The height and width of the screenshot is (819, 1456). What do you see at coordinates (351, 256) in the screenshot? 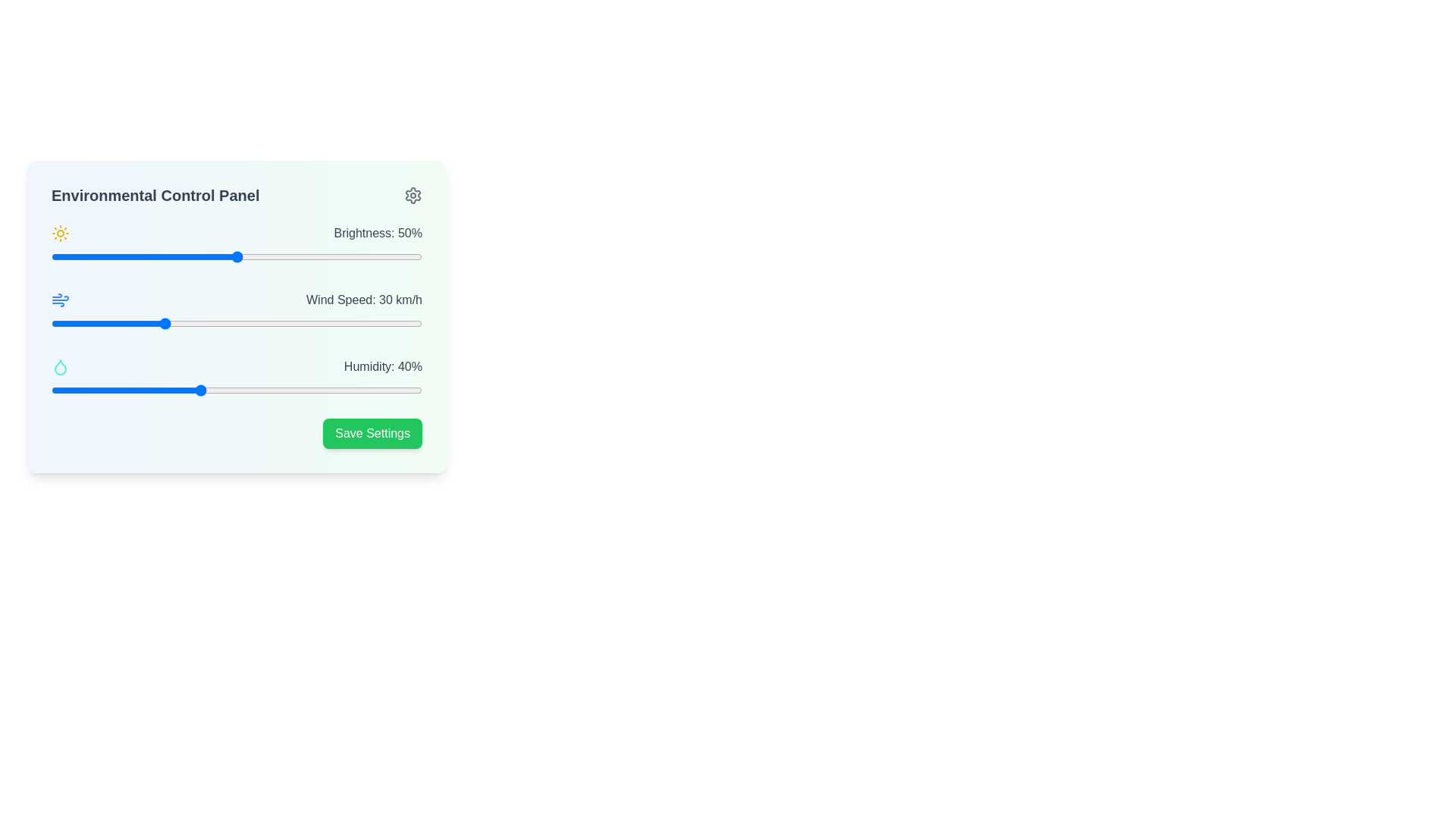
I see `brightness` at bounding box center [351, 256].